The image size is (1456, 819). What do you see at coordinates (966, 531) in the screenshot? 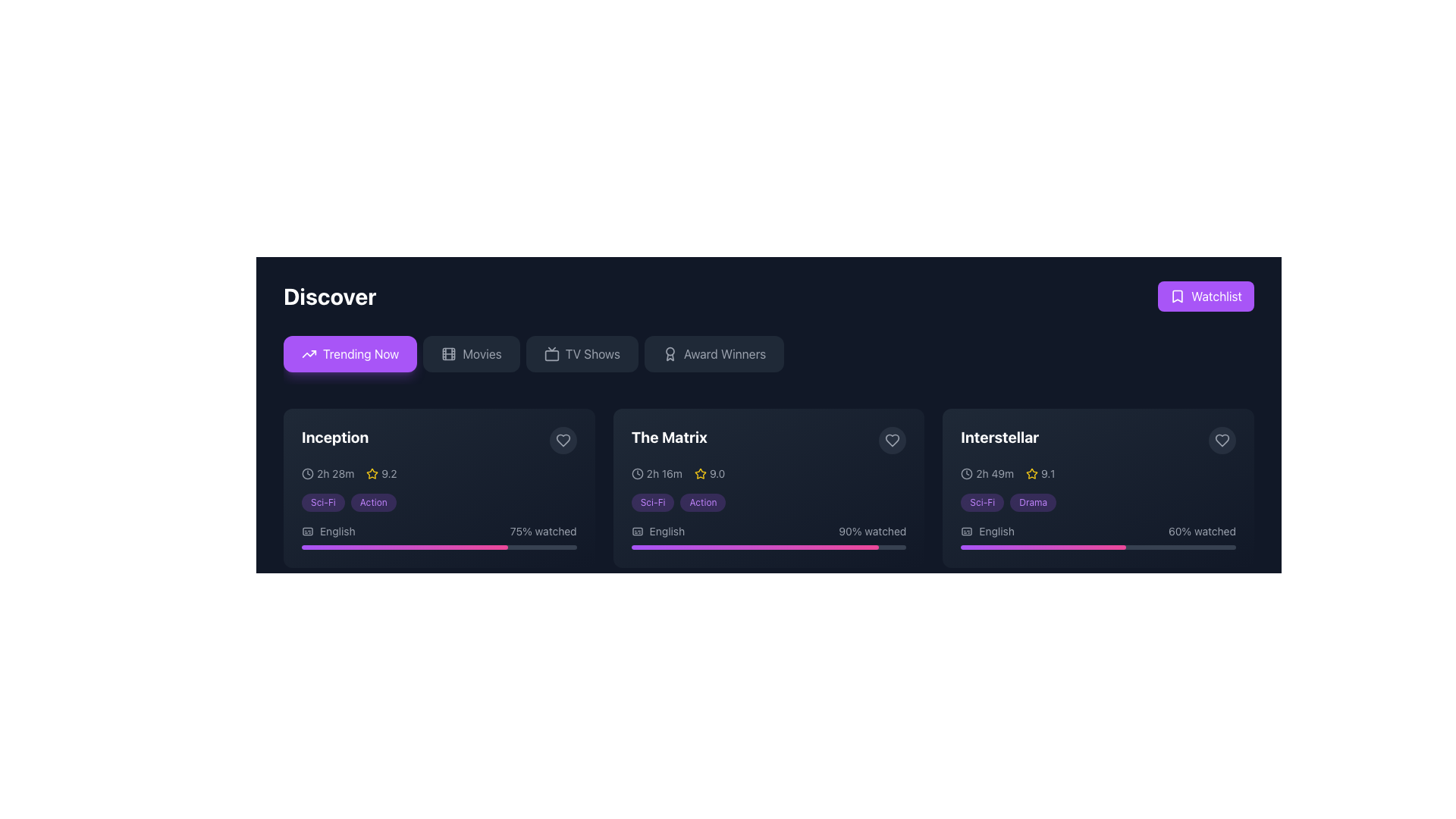
I see `the small icon resembling a captions or subtitles symbol located to the left of the text 'English' within the 'Interstellar' section` at bounding box center [966, 531].